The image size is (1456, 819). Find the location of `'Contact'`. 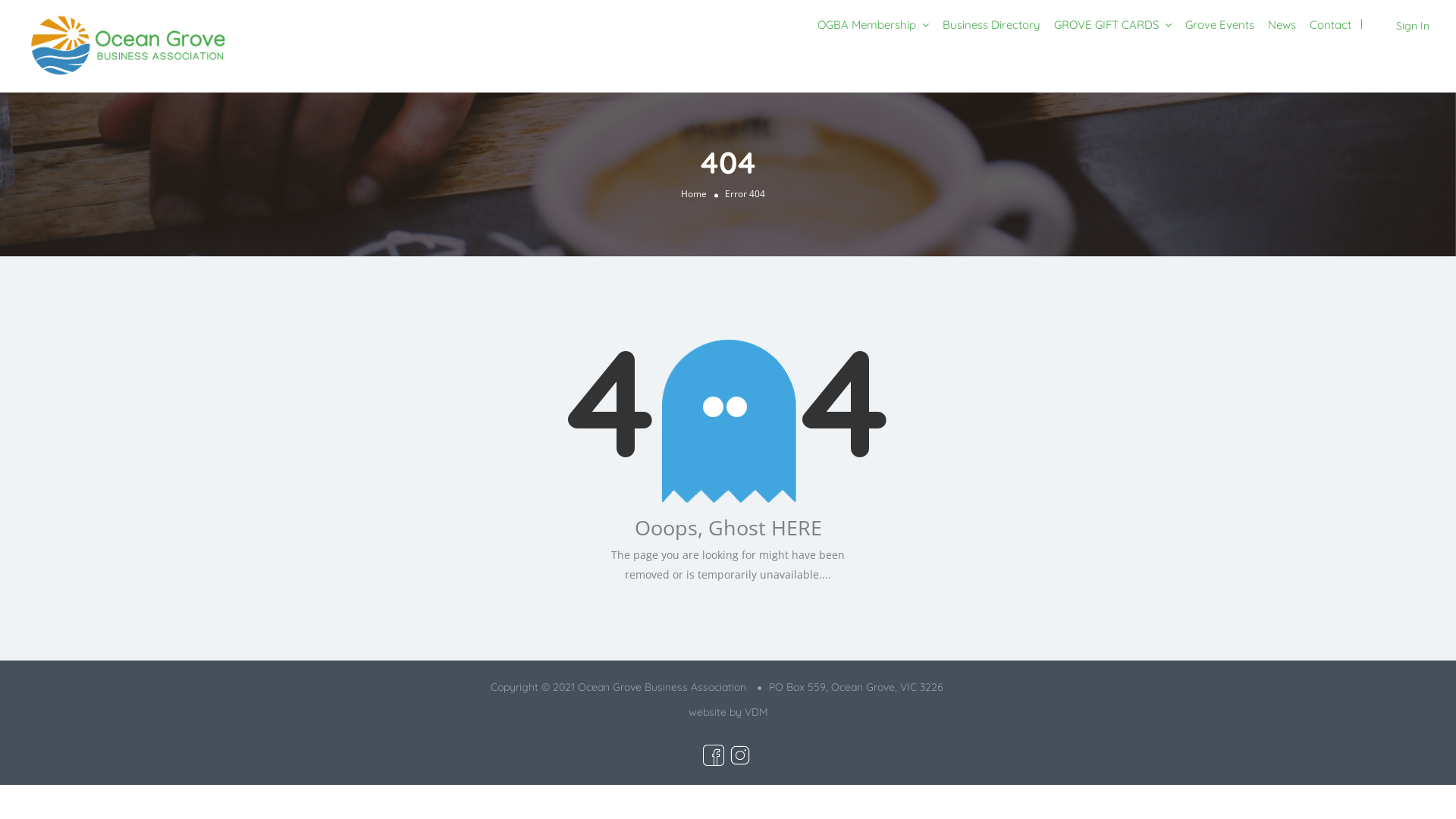

'Contact' is located at coordinates (1329, 24).